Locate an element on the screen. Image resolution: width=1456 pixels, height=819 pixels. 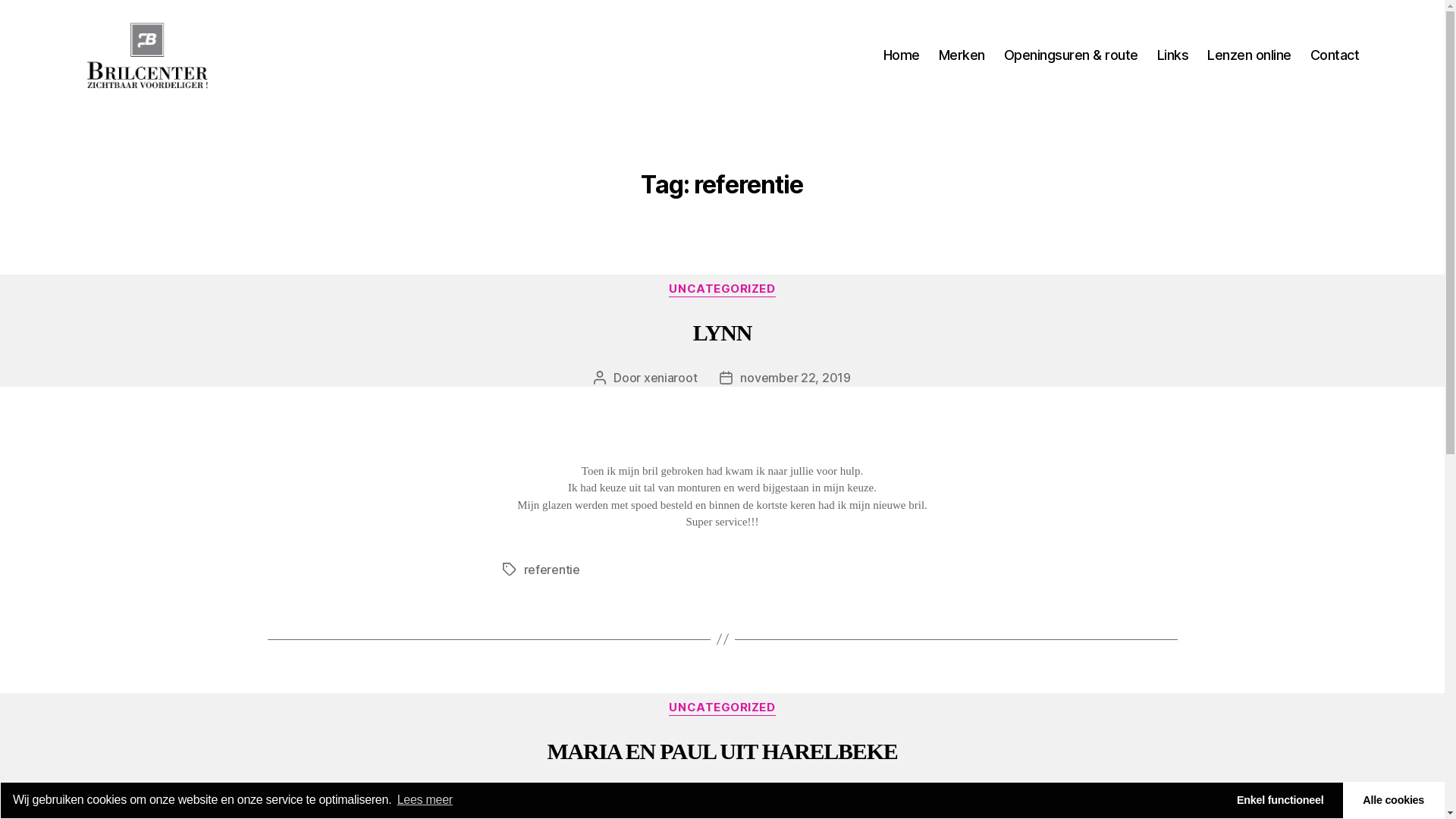
'Merken' is located at coordinates (961, 55).